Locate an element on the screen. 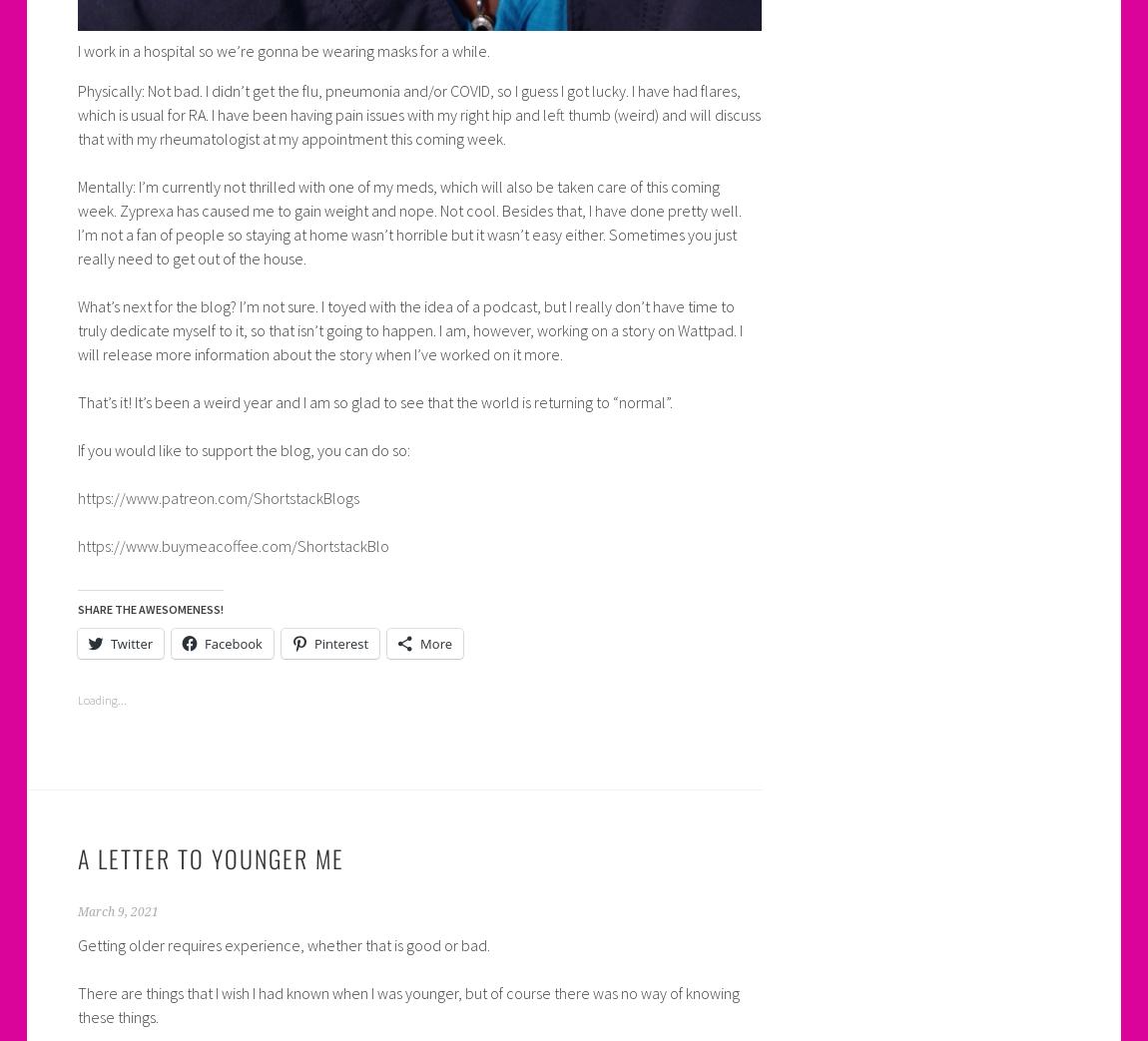 This screenshot has height=1041, width=1148. 'If you would like to support the blog, you can do so:' is located at coordinates (242, 447).